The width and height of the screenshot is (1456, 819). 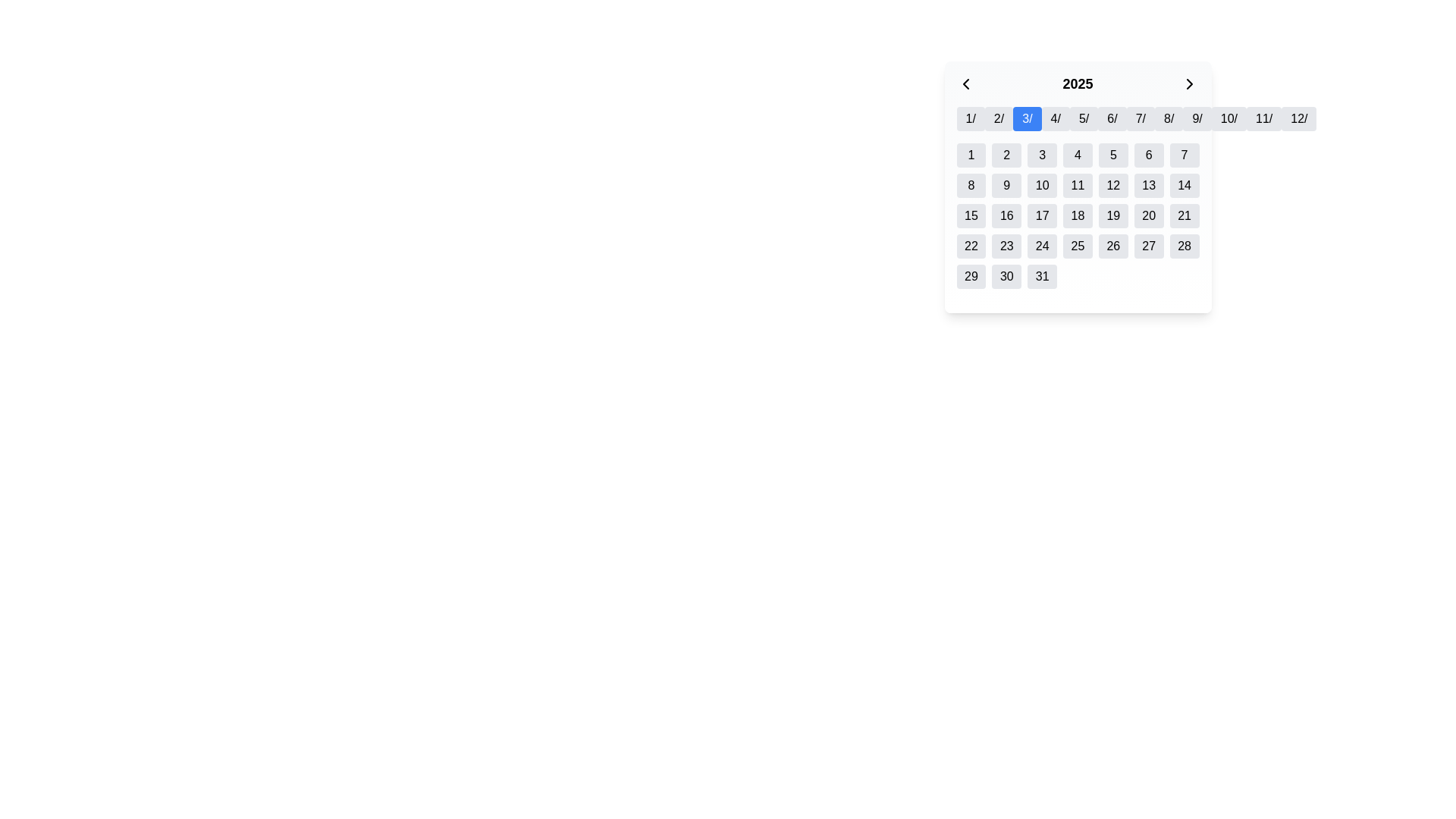 What do you see at coordinates (1149, 245) in the screenshot?
I see `the button displaying the number '27' in the calendar grid` at bounding box center [1149, 245].